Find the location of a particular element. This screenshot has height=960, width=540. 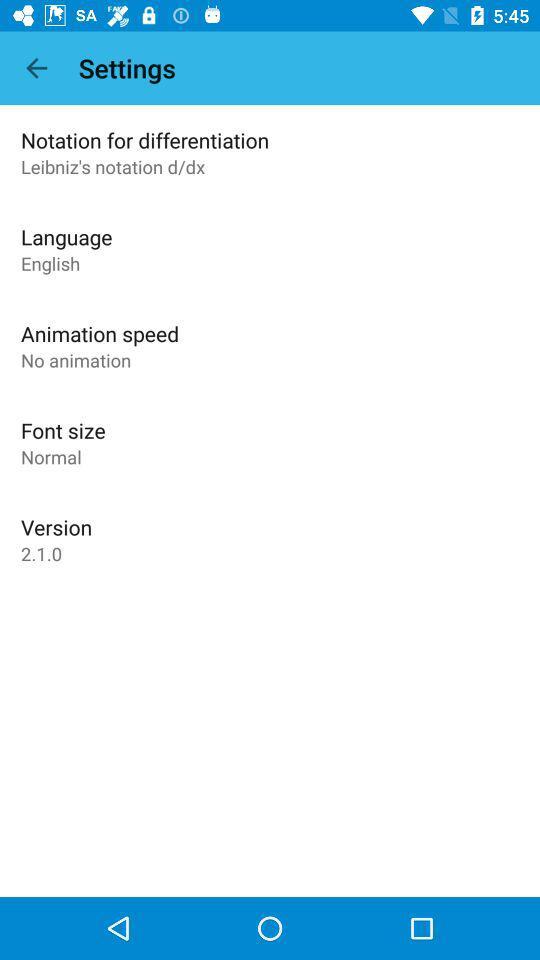

icon next to the settings is located at coordinates (36, 68).